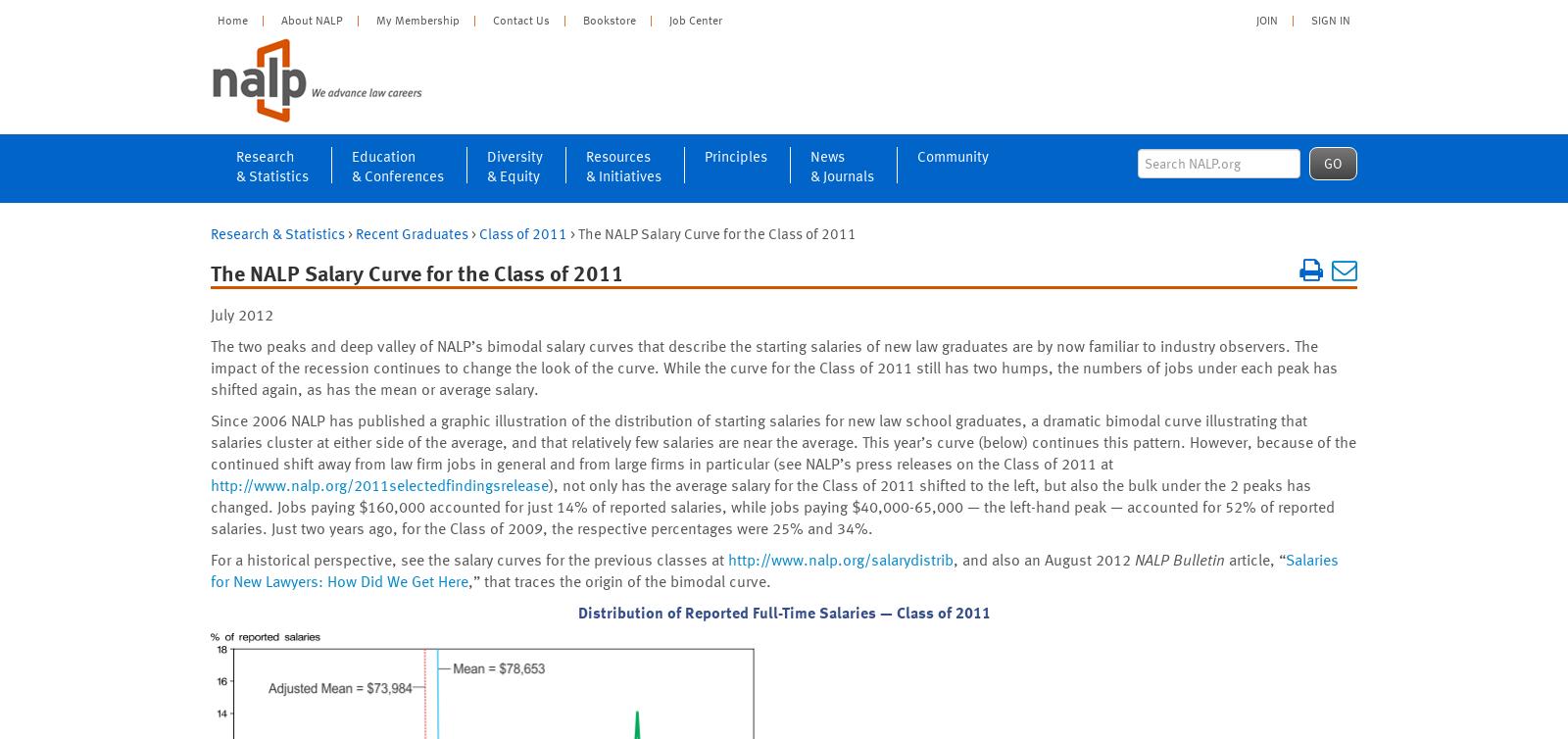 The width and height of the screenshot is (1568, 739). What do you see at coordinates (416, 19) in the screenshot?
I see `'My Membership'` at bounding box center [416, 19].